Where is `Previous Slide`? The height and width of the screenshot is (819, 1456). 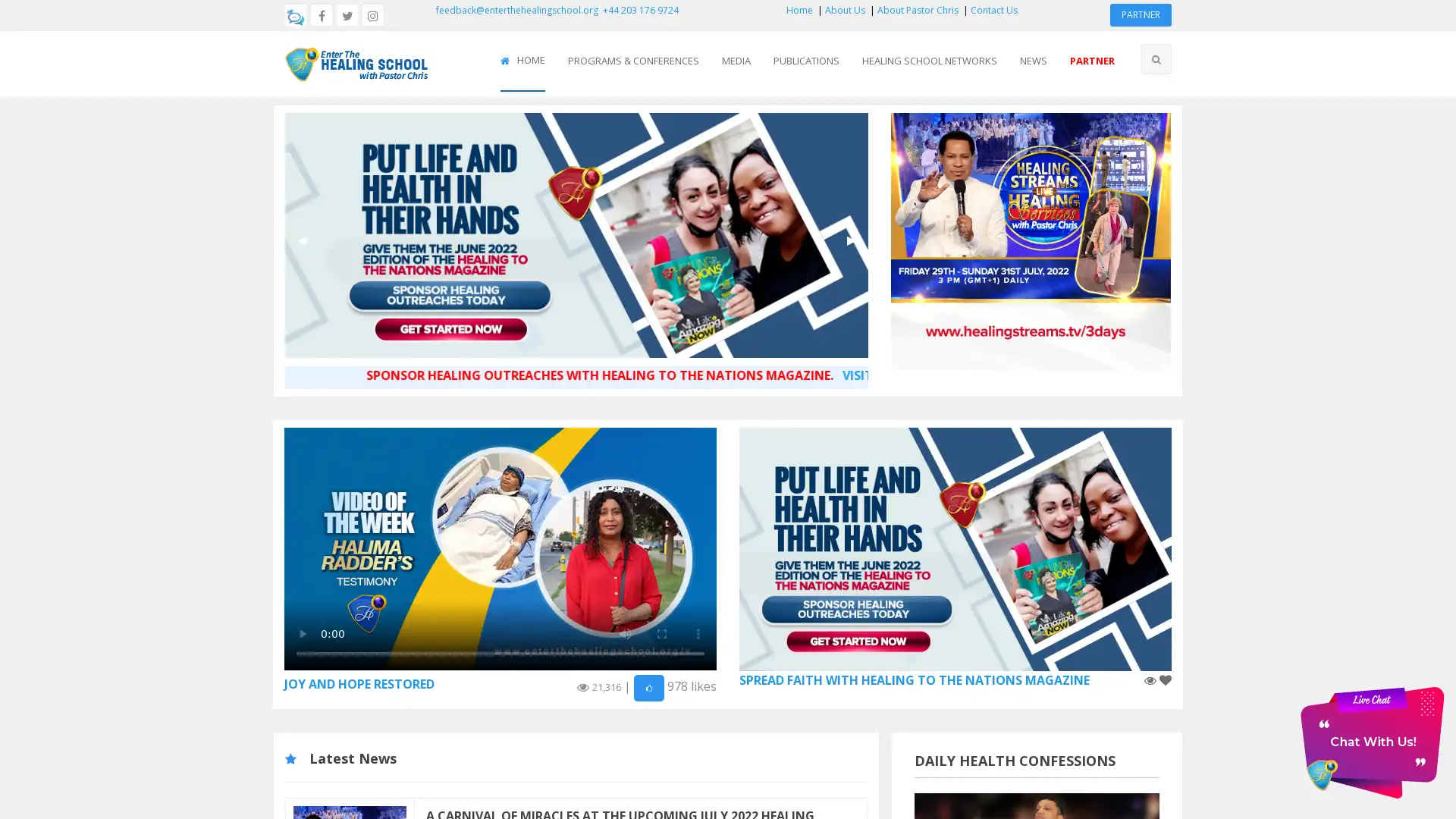
Previous Slide is located at coordinates (302, 239).